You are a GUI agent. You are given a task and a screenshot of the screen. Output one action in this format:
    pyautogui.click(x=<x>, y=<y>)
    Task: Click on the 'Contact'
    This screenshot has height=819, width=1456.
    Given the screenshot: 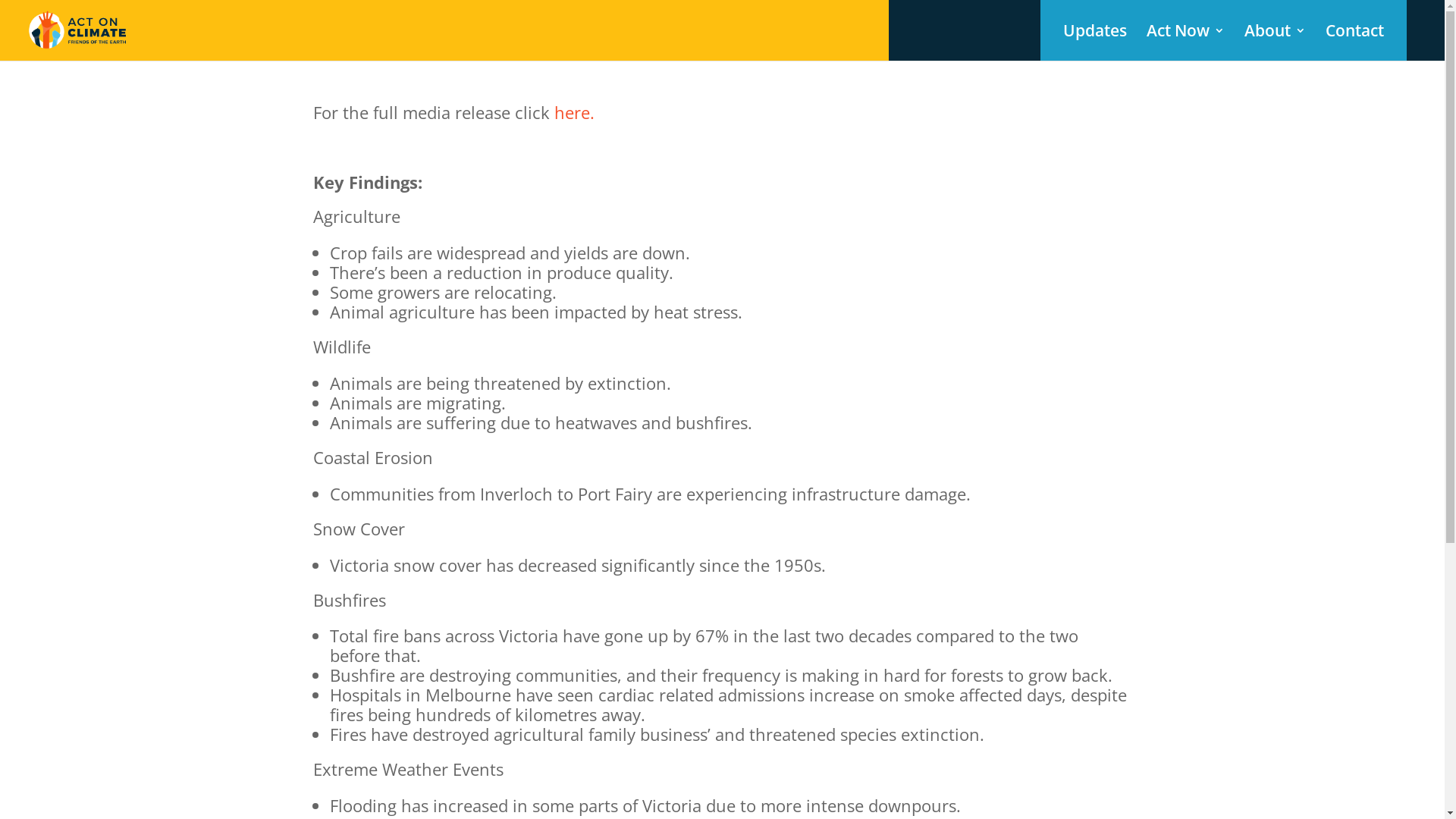 What is the action you would take?
    pyautogui.click(x=1354, y=42)
    